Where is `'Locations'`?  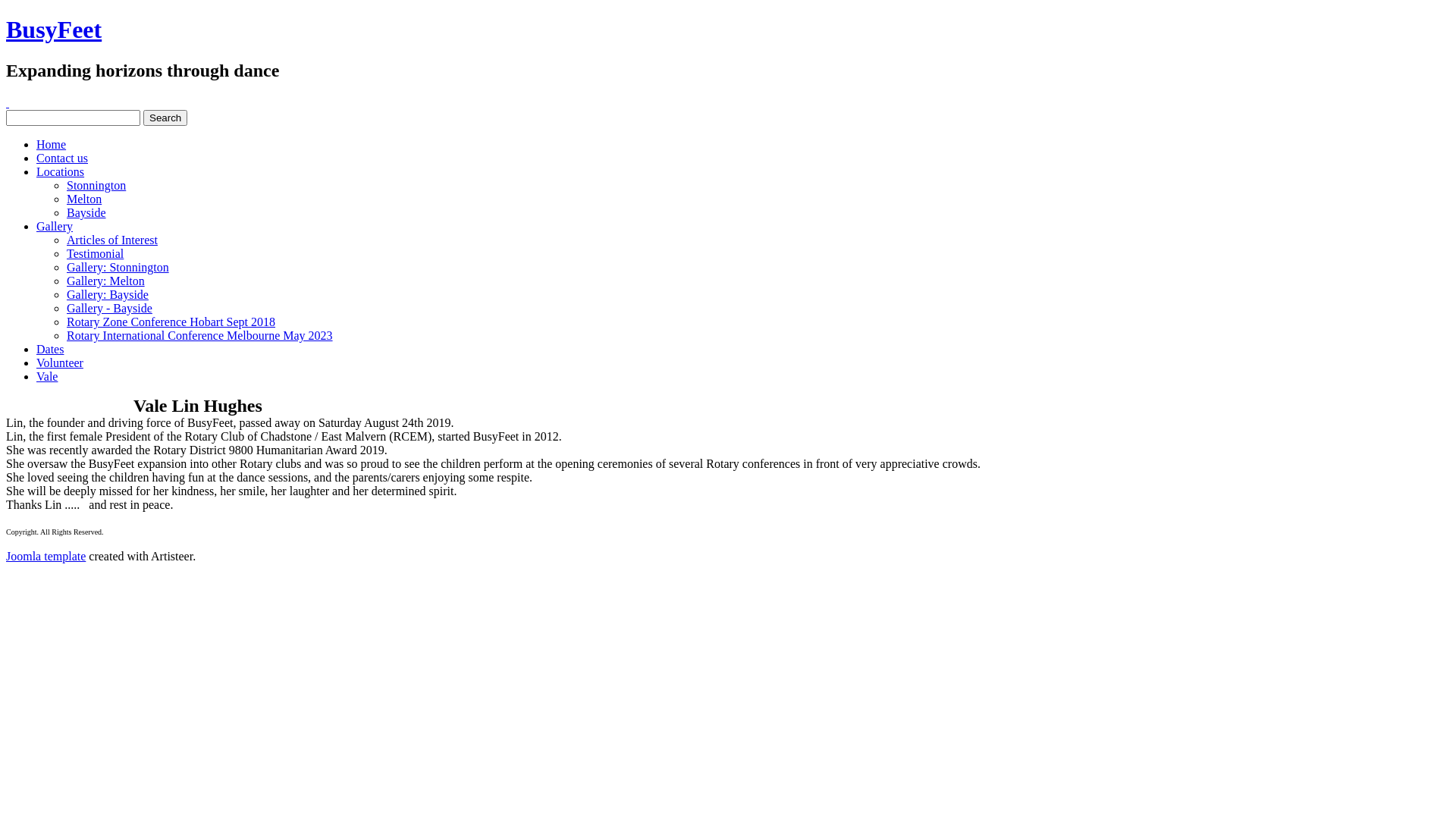 'Locations' is located at coordinates (36, 171).